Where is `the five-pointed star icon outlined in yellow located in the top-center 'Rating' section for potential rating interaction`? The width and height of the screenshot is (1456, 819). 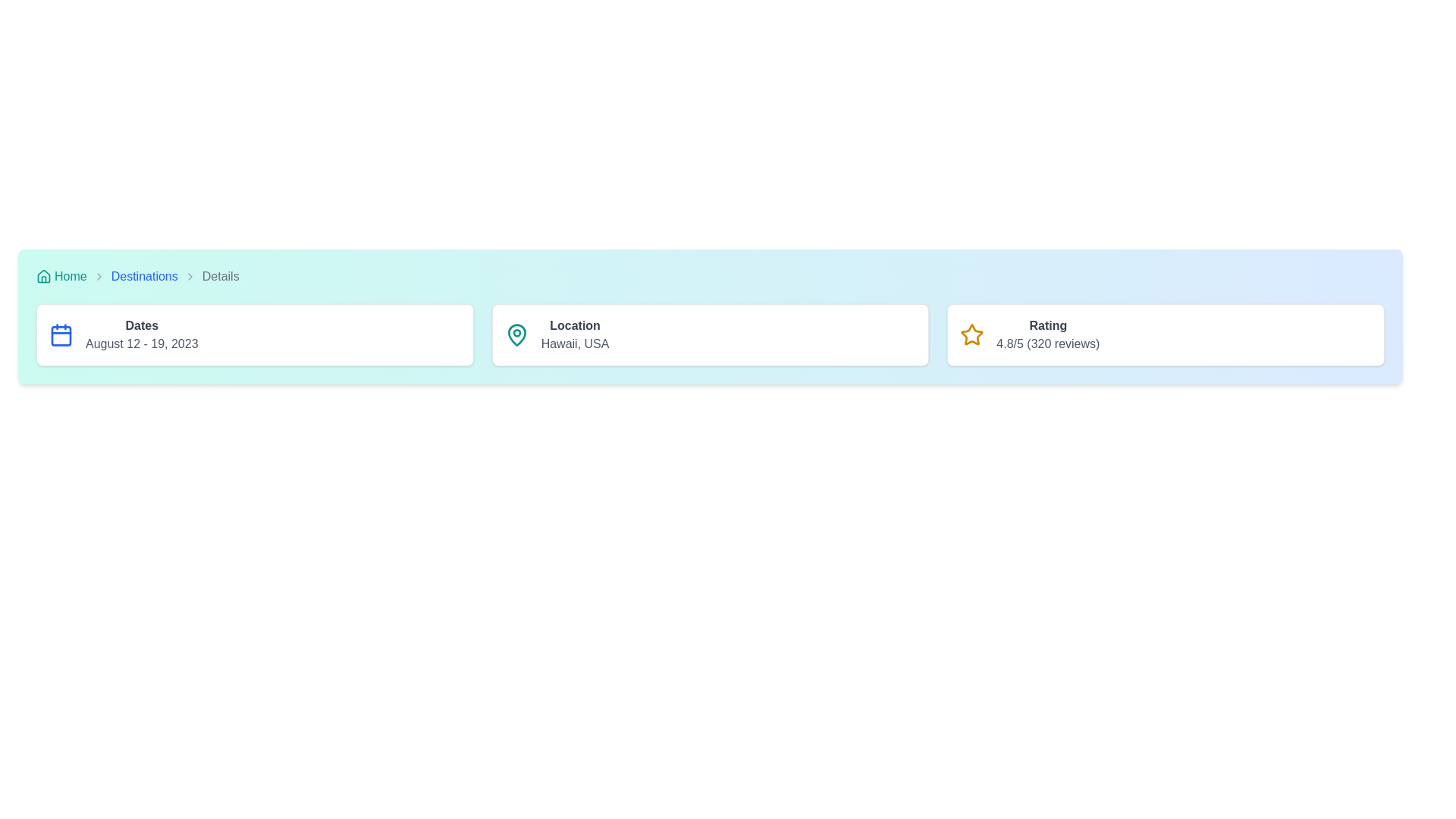
the five-pointed star icon outlined in yellow located in the top-center 'Rating' section for potential rating interaction is located at coordinates (972, 334).